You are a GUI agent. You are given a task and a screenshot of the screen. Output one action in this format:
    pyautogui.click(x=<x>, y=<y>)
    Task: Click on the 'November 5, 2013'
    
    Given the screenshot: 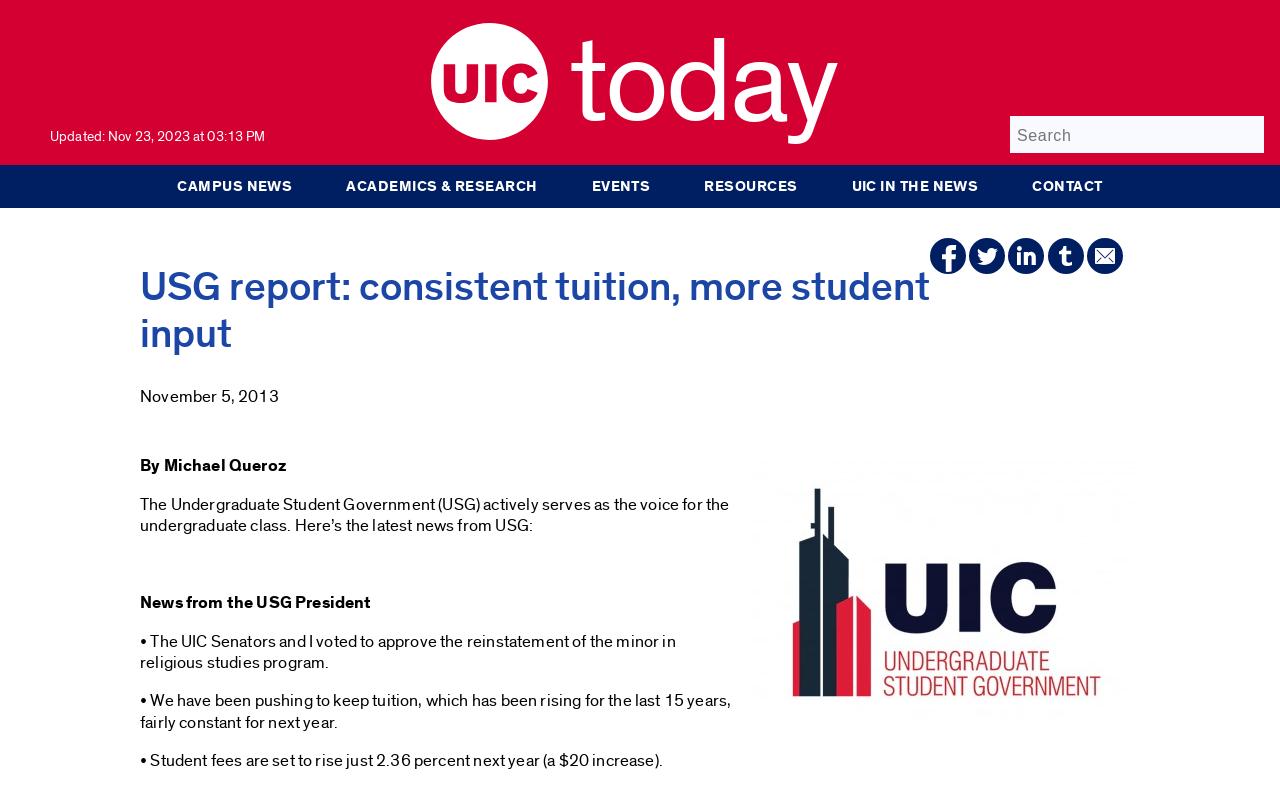 What is the action you would take?
    pyautogui.click(x=209, y=396)
    